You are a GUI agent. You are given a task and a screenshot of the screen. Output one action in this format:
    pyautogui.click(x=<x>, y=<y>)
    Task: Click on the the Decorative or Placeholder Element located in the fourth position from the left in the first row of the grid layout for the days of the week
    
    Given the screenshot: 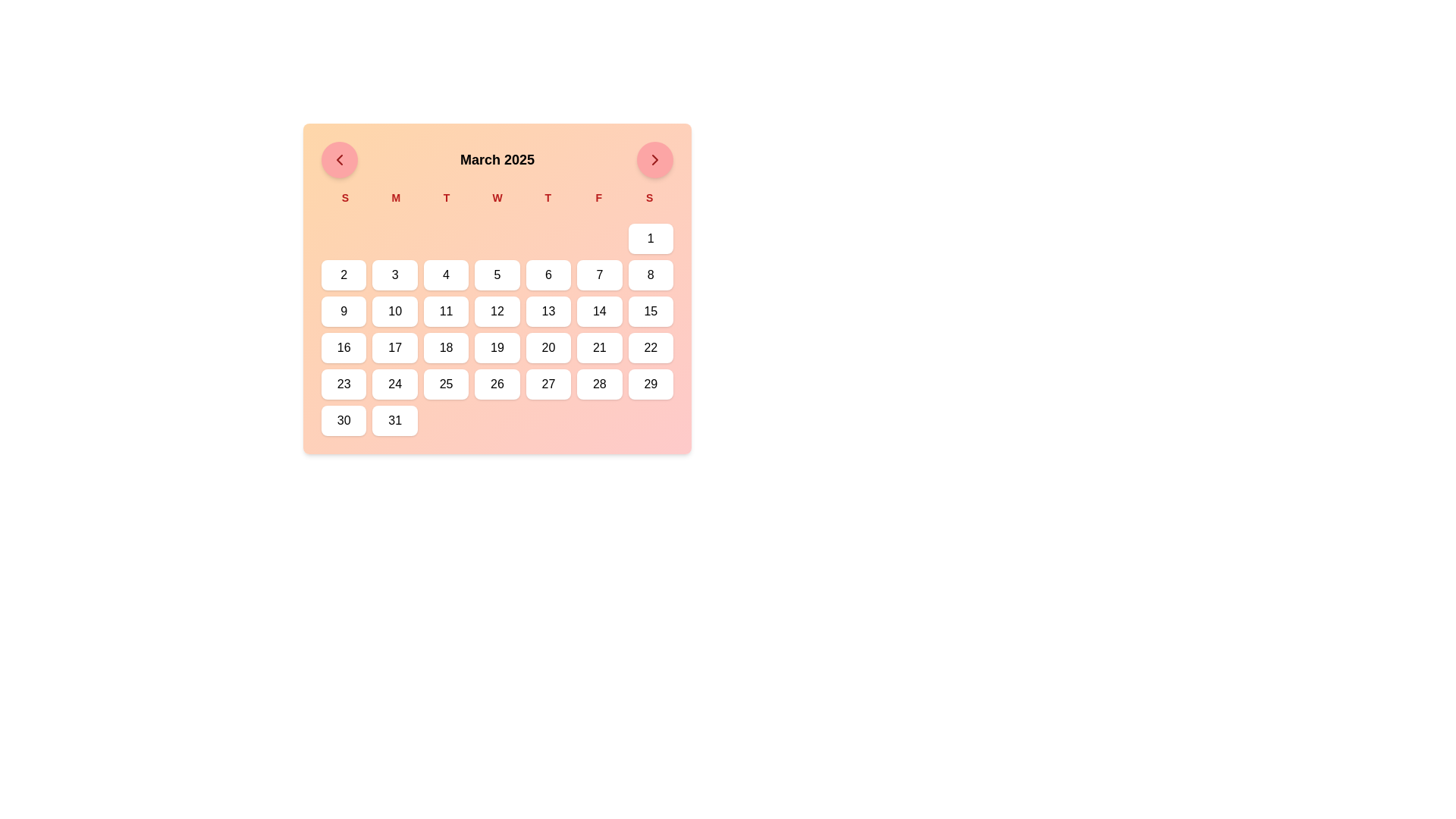 What is the action you would take?
    pyautogui.click(x=497, y=239)
    